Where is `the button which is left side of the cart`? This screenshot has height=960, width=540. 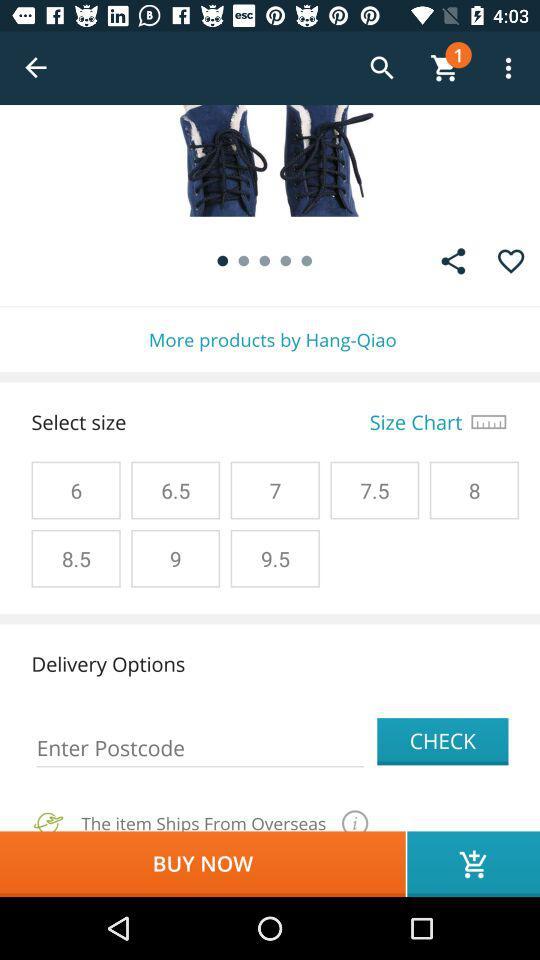 the button which is left side of the cart is located at coordinates (382, 68).